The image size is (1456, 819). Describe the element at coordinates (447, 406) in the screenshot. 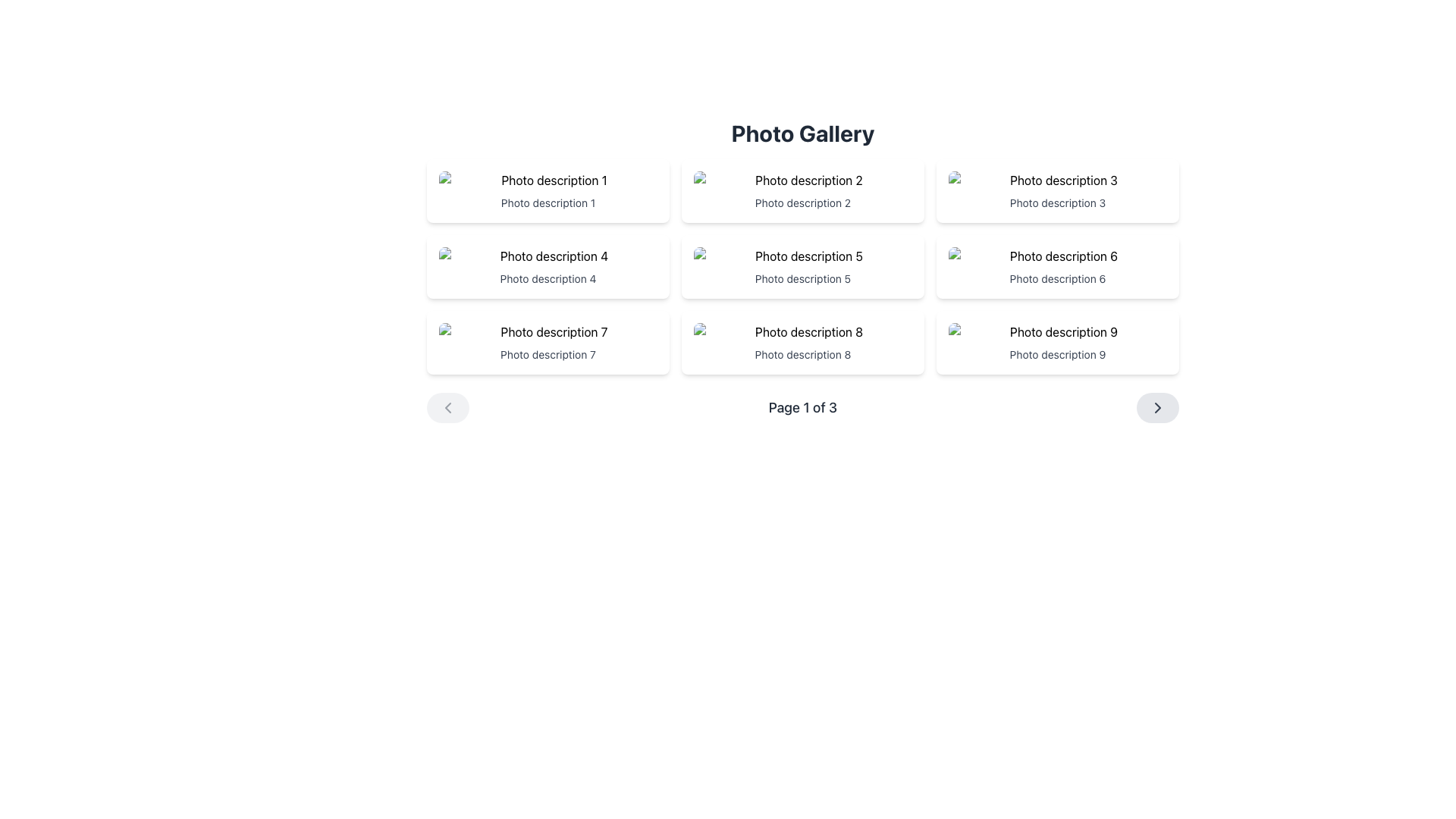

I see `the back navigation button located at the bottom left corner of the pagination control area` at that location.